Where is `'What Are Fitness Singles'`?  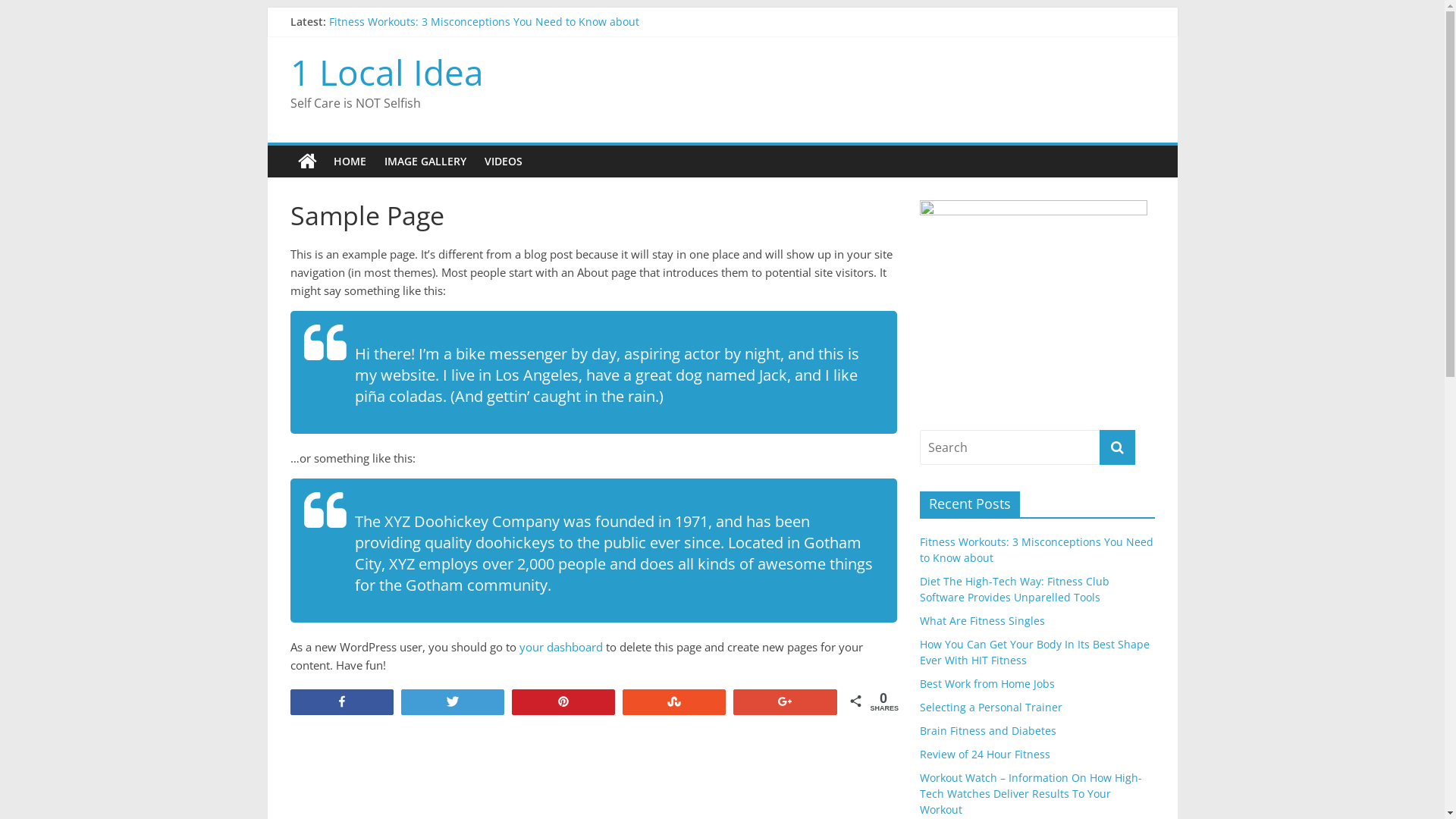
'What Are Fitness Singles' is located at coordinates (391, 55).